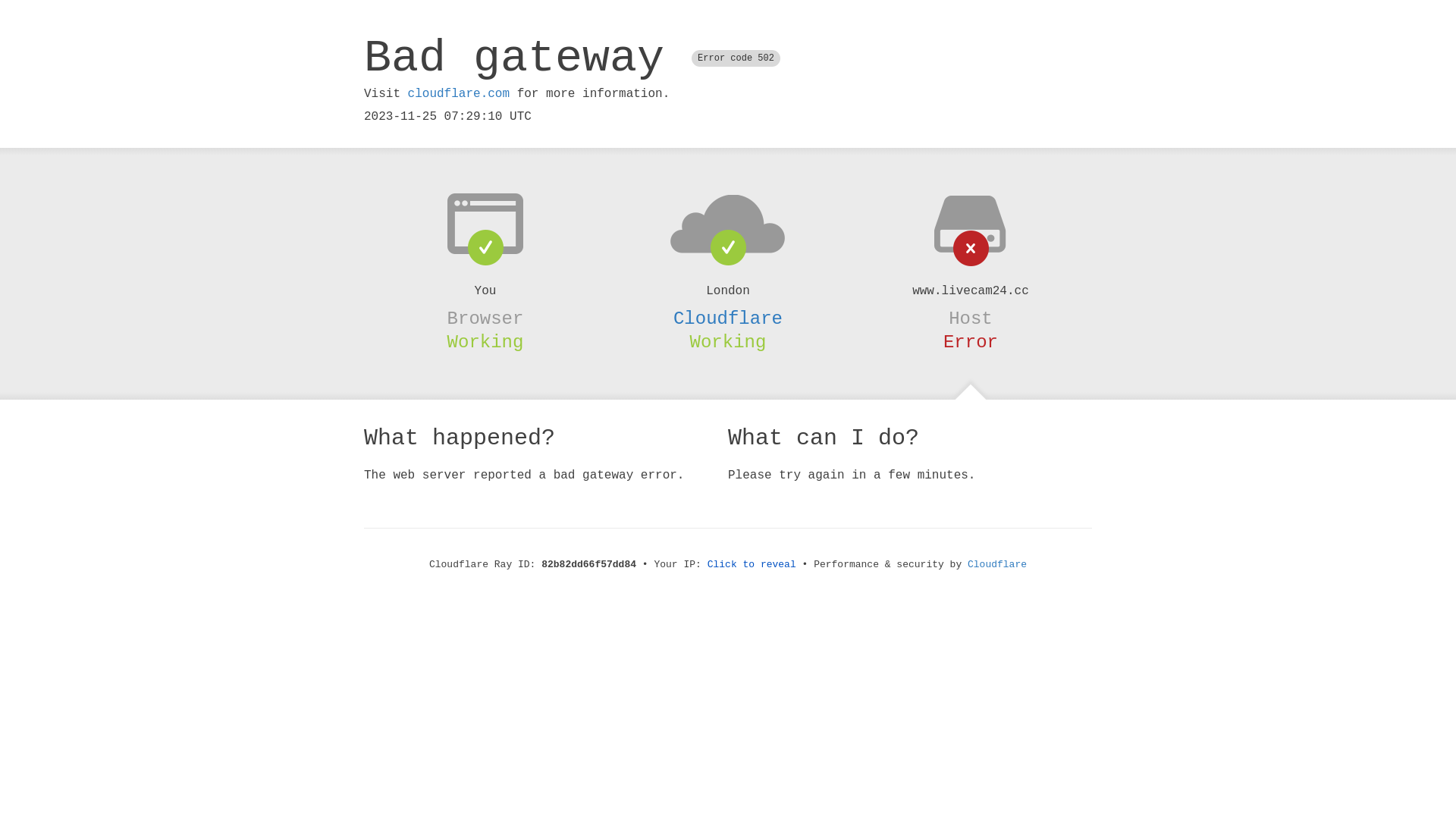 This screenshot has height=819, width=1456. I want to click on 'Click to reveal', so click(752, 564).